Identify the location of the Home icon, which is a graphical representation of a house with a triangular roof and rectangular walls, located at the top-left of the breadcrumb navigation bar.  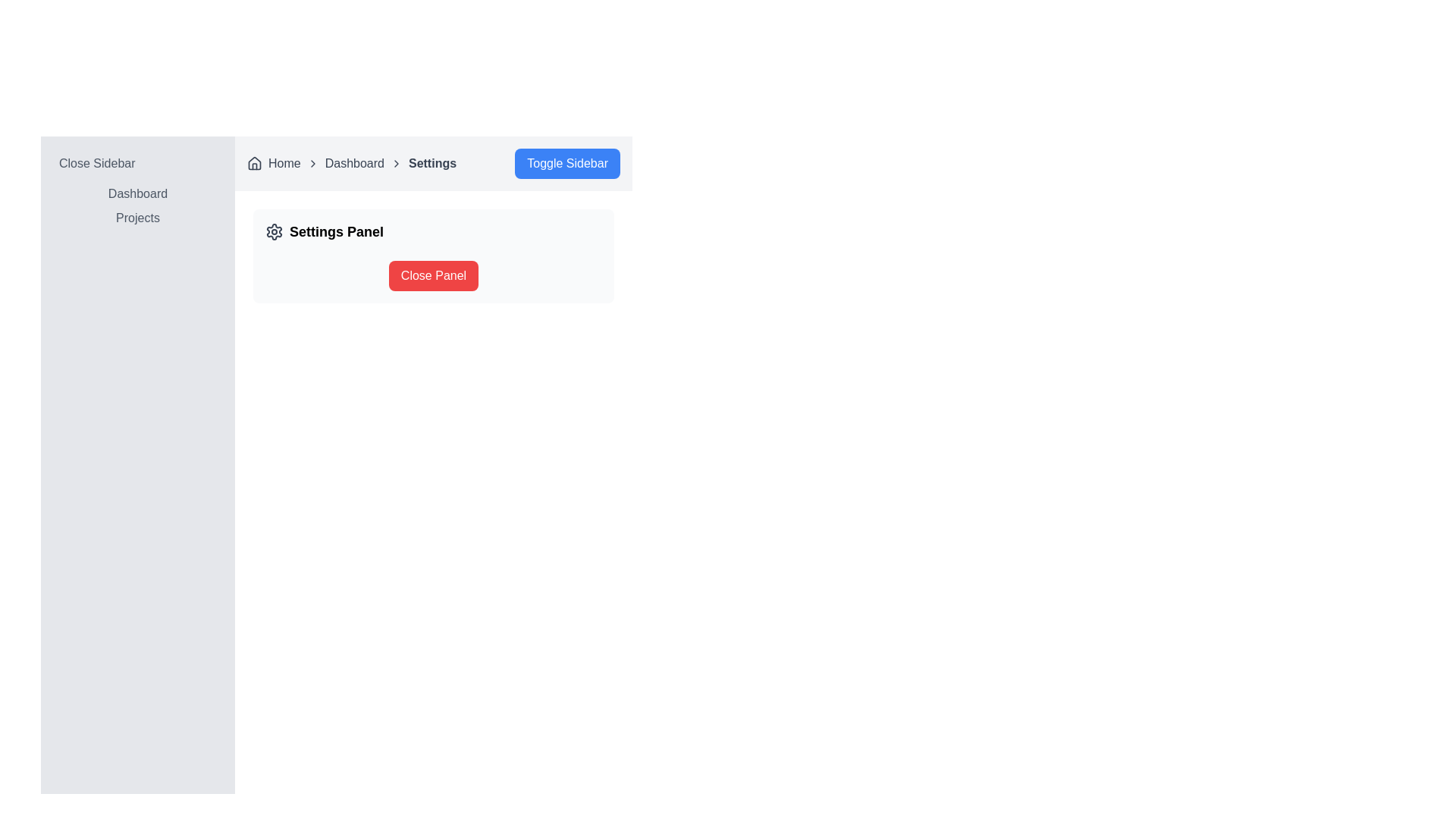
(255, 163).